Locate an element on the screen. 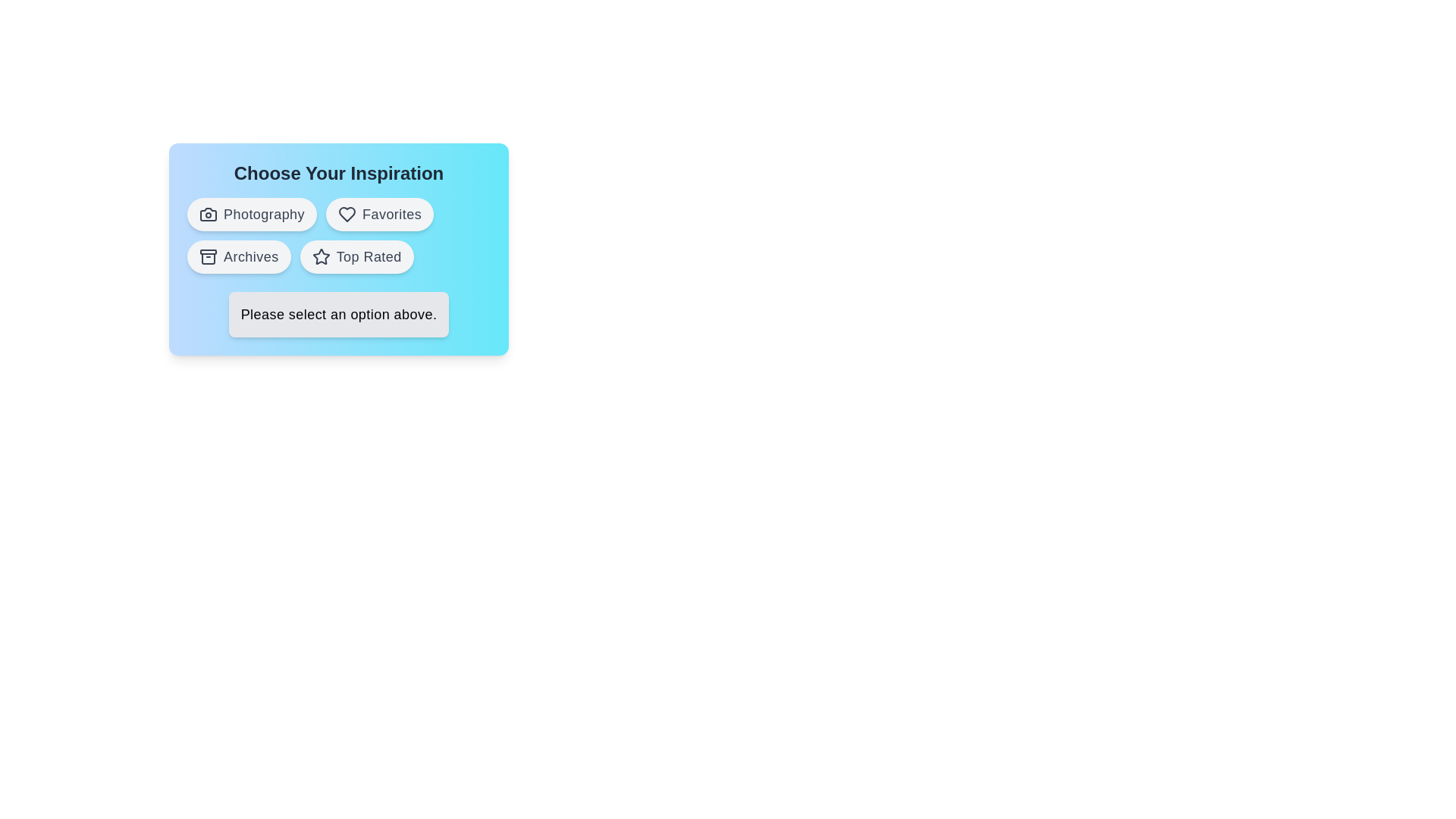 The image size is (1456, 819). the heart-shaped SVG icon representing the Favorites feature, which is the second button in the top row of the user interface is located at coordinates (347, 214).